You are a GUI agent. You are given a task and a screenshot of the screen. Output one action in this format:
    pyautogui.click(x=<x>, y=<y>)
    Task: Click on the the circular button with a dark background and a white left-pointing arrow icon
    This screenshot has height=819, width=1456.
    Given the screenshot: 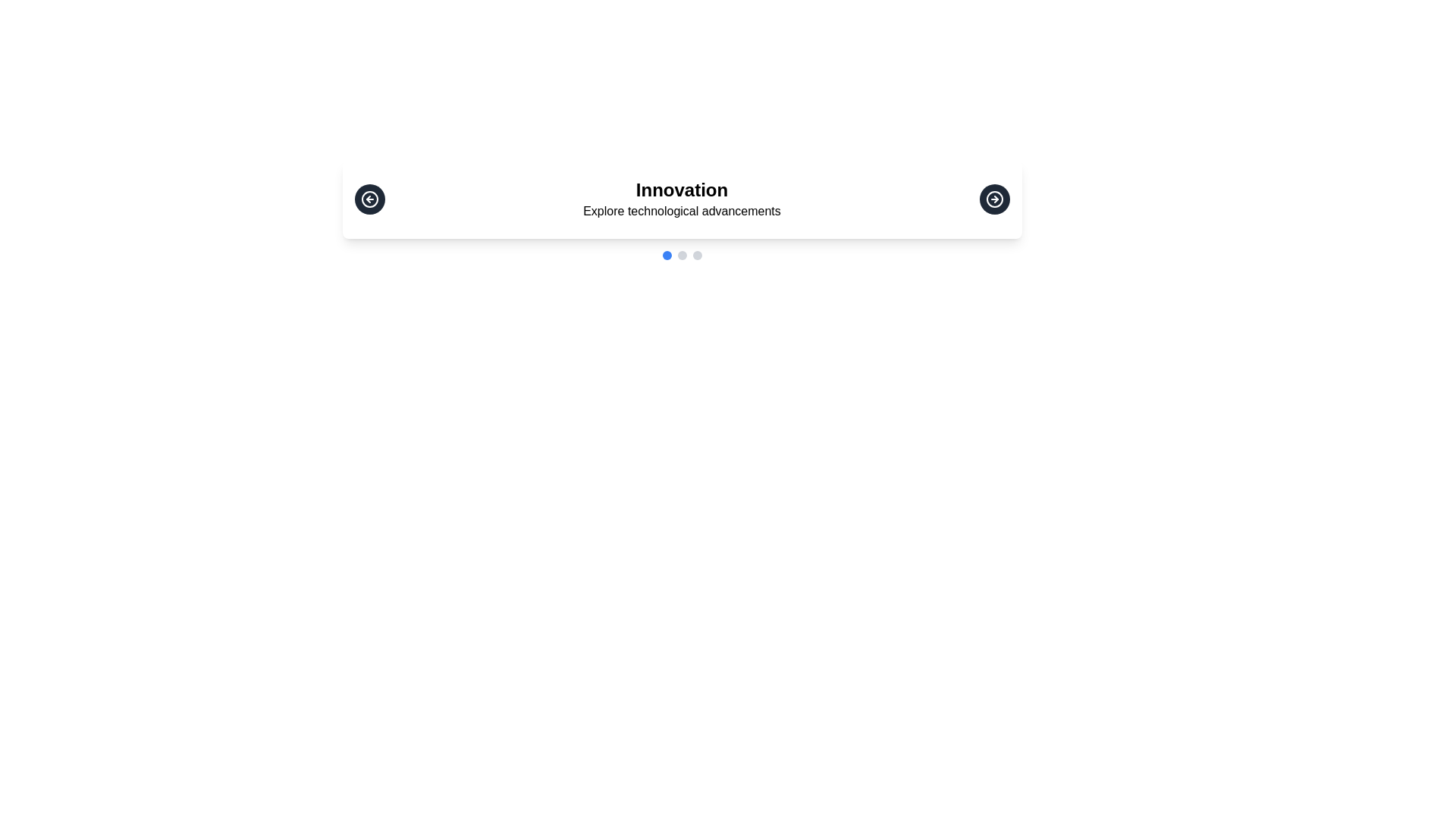 What is the action you would take?
    pyautogui.click(x=369, y=198)
    